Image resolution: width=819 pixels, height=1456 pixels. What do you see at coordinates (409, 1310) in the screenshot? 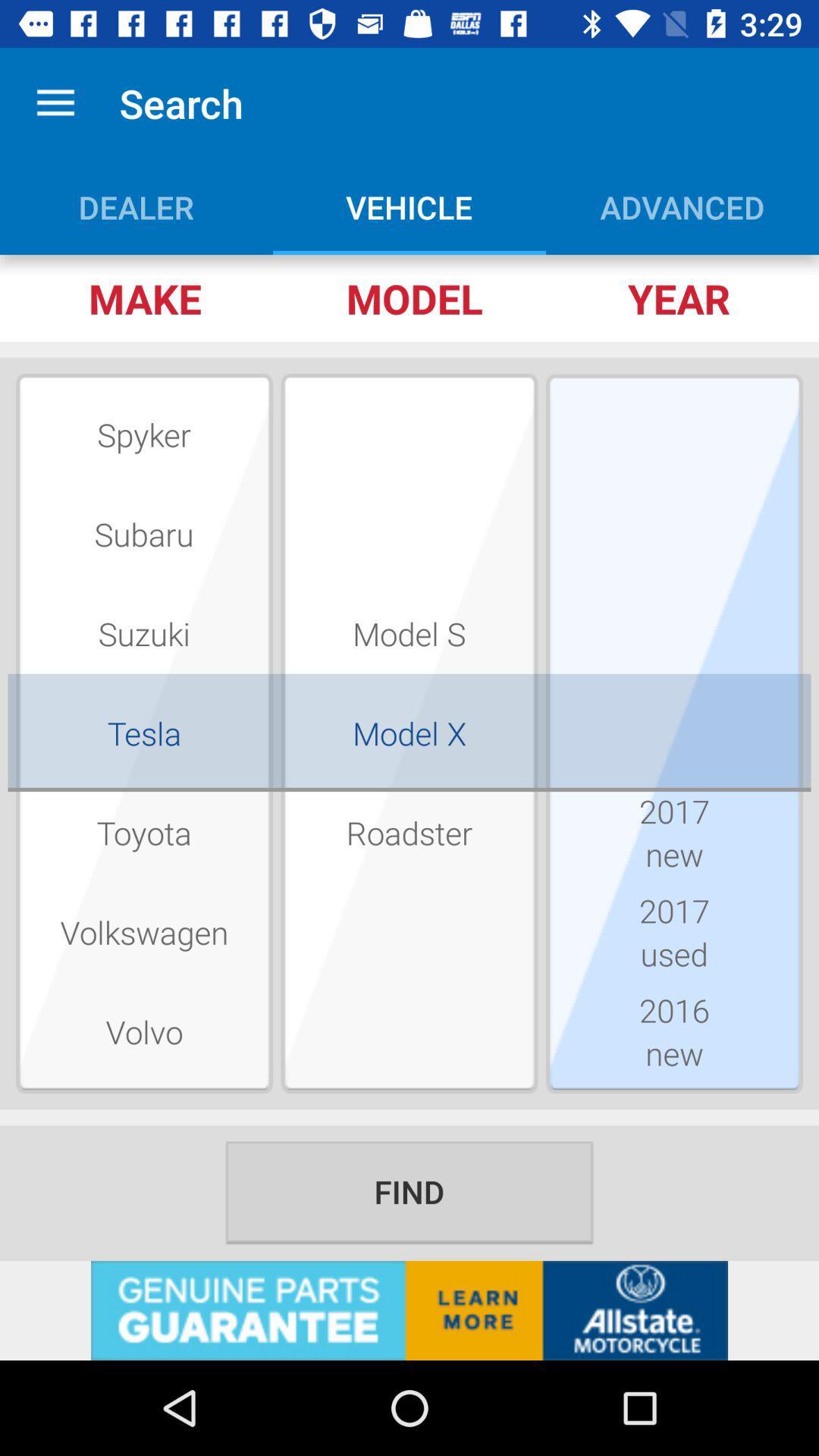
I see `open advertisement` at bounding box center [409, 1310].